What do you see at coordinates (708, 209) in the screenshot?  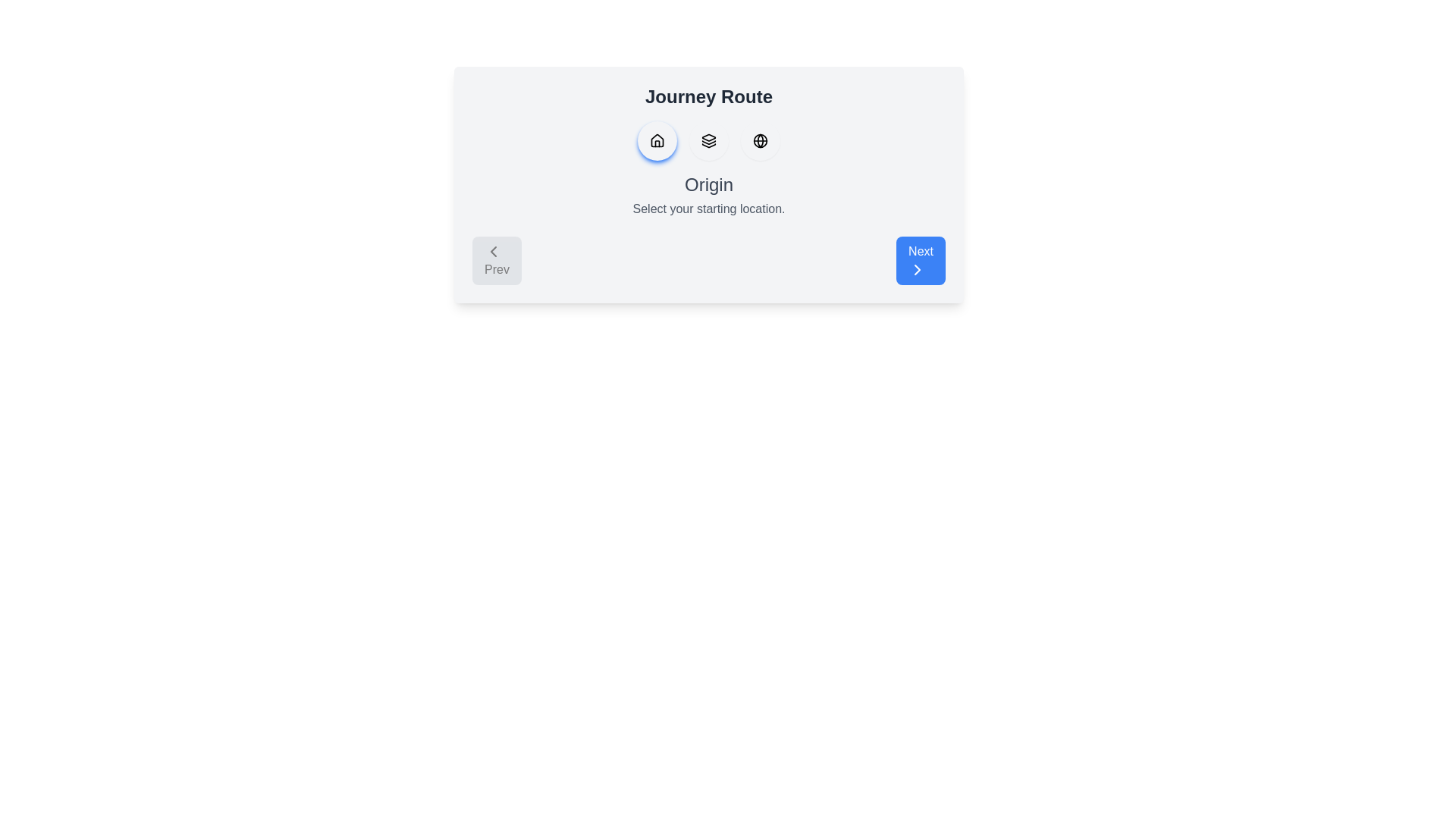 I see `the informational text label that says 'Select your starting location.' which is located below the 'Origin' heading` at bounding box center [708, 209].